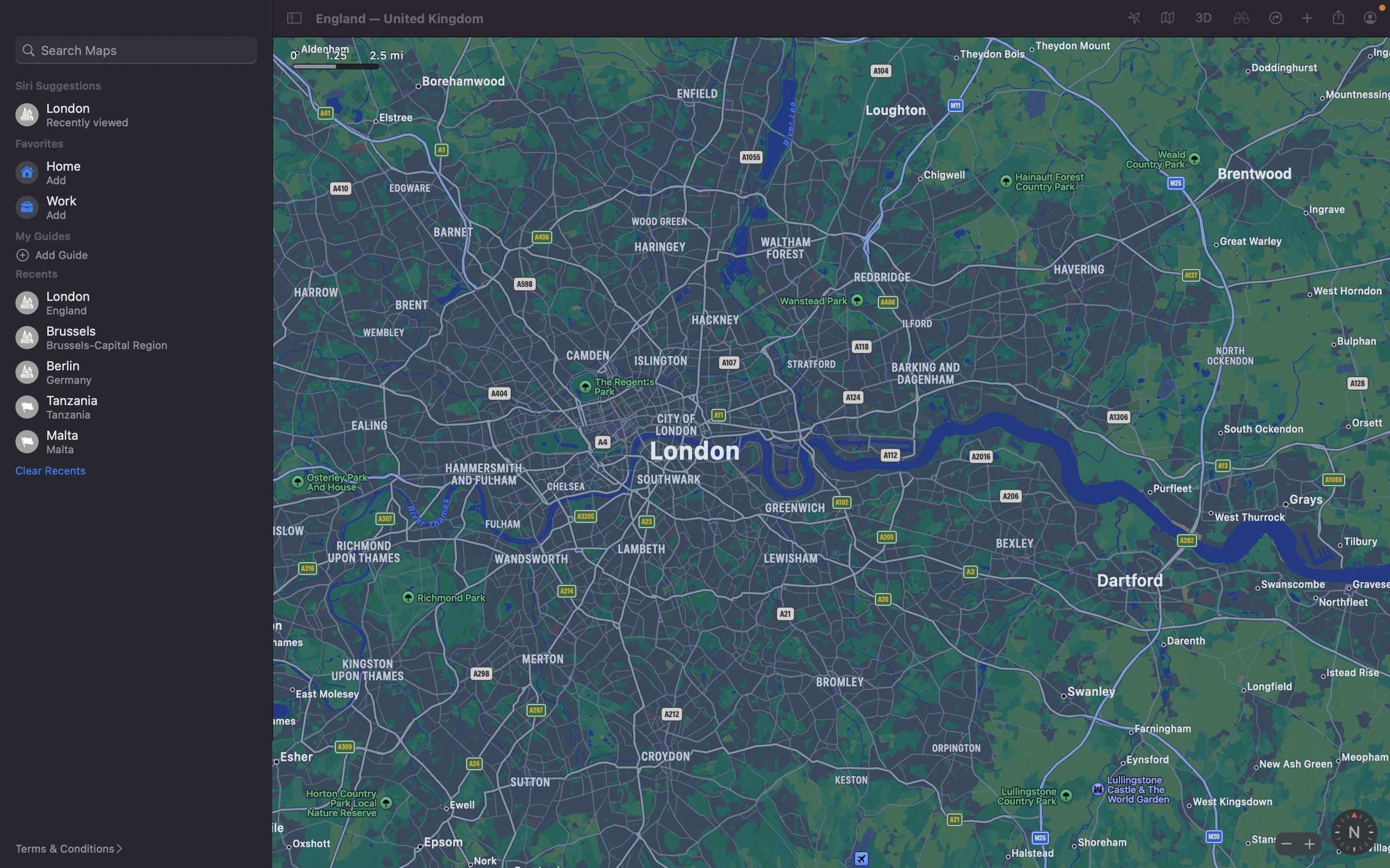 Image resolution: width=1390 pixels, height=868 pixels. What do you see at coordinates (1353, 832) in the screenshot?
I see `the compass function` at bounding box center [1353, 832].